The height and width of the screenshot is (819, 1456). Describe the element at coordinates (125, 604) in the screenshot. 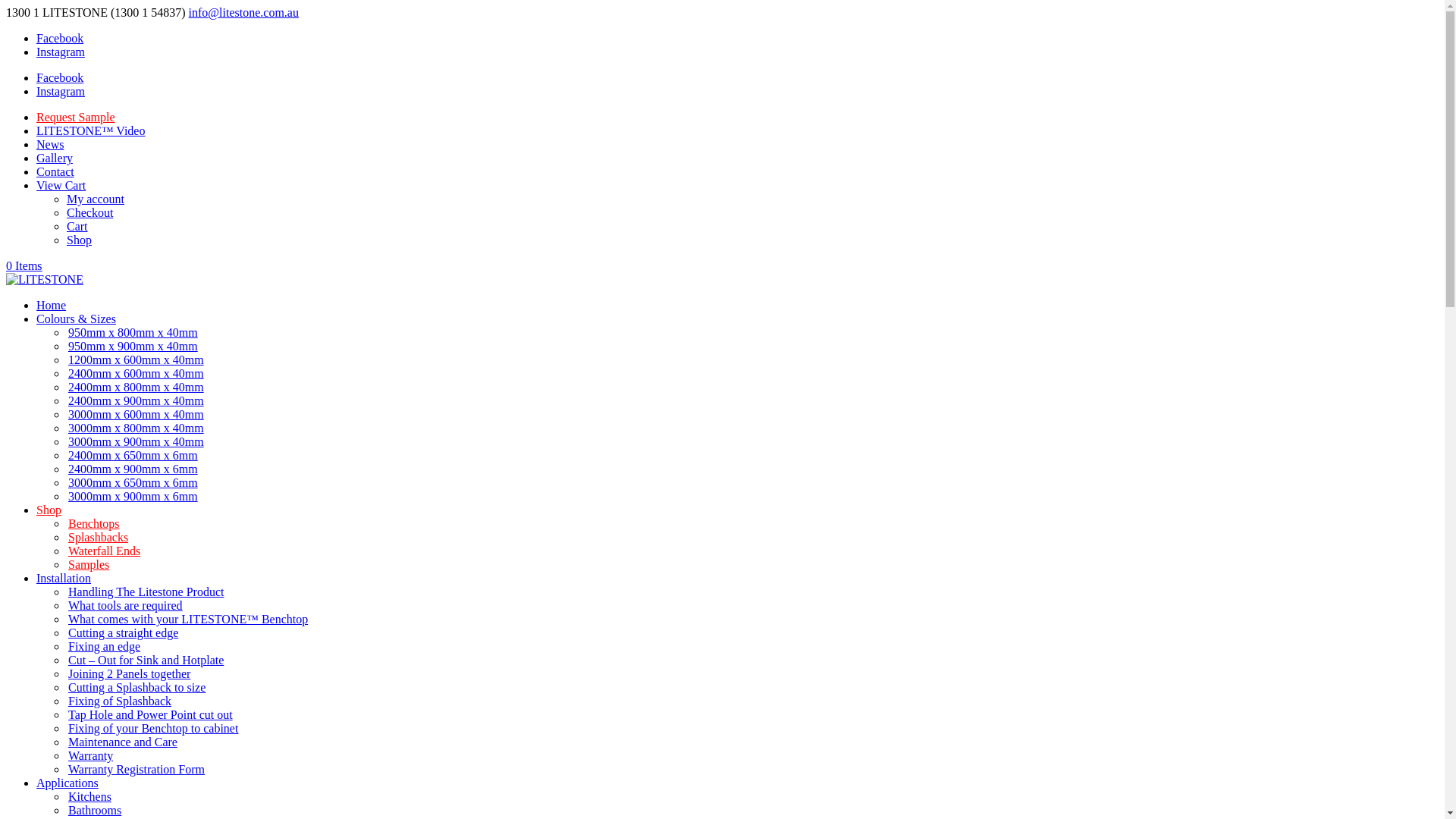

I see `'What tools are required'` at that location.